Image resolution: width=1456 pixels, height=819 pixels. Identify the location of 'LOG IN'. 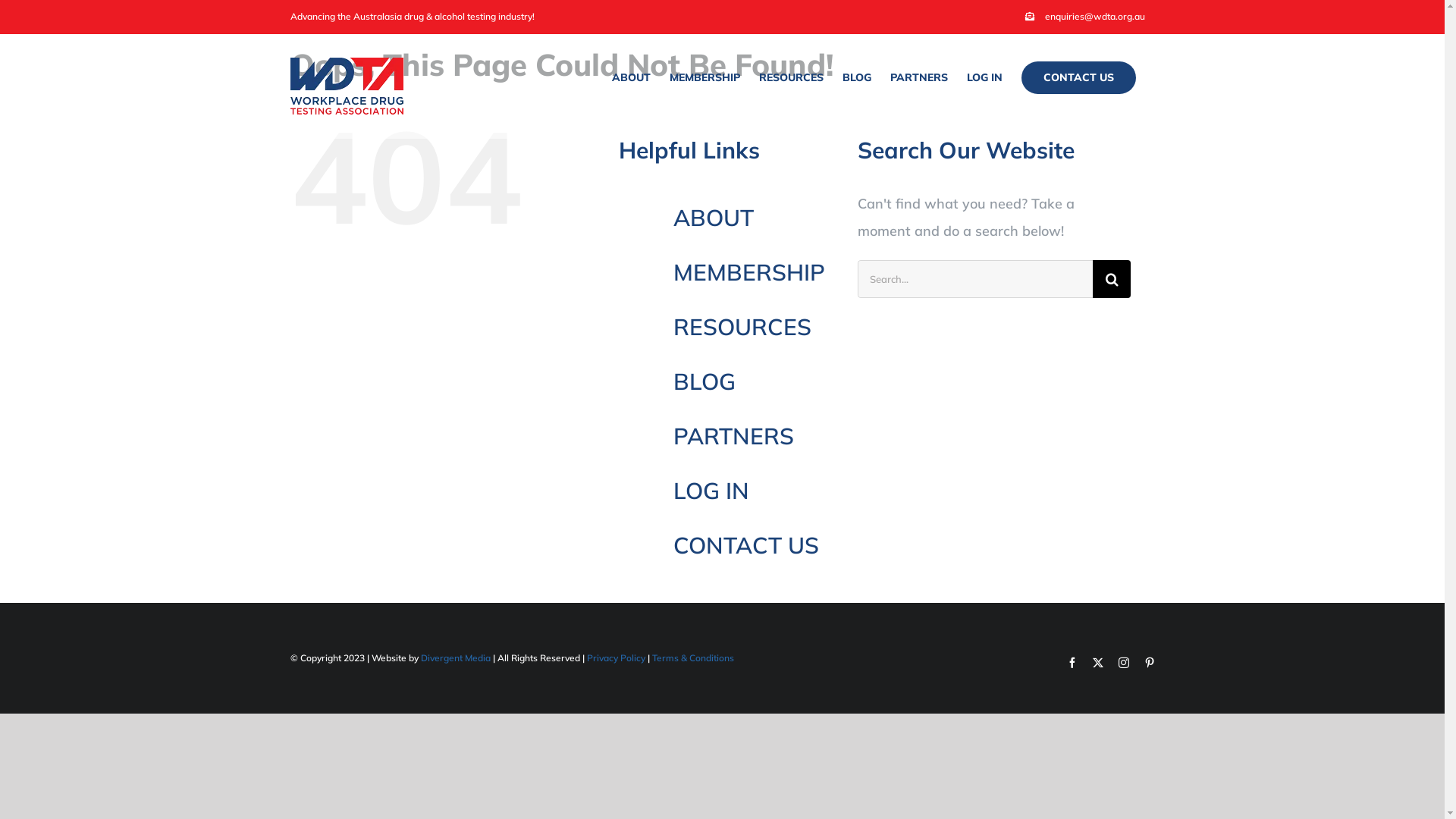
(965, 77).